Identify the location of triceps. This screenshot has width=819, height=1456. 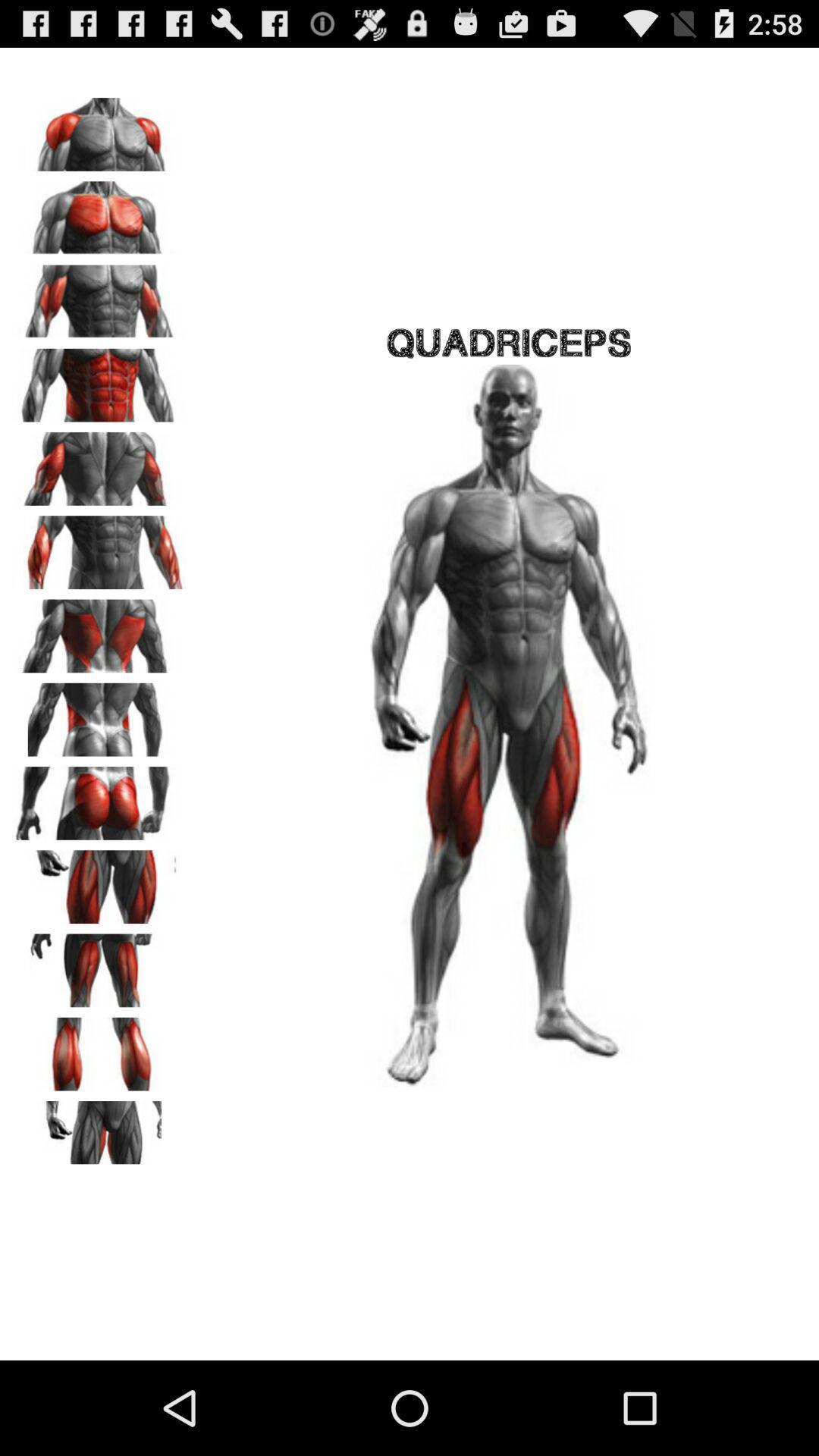
(99, 463).